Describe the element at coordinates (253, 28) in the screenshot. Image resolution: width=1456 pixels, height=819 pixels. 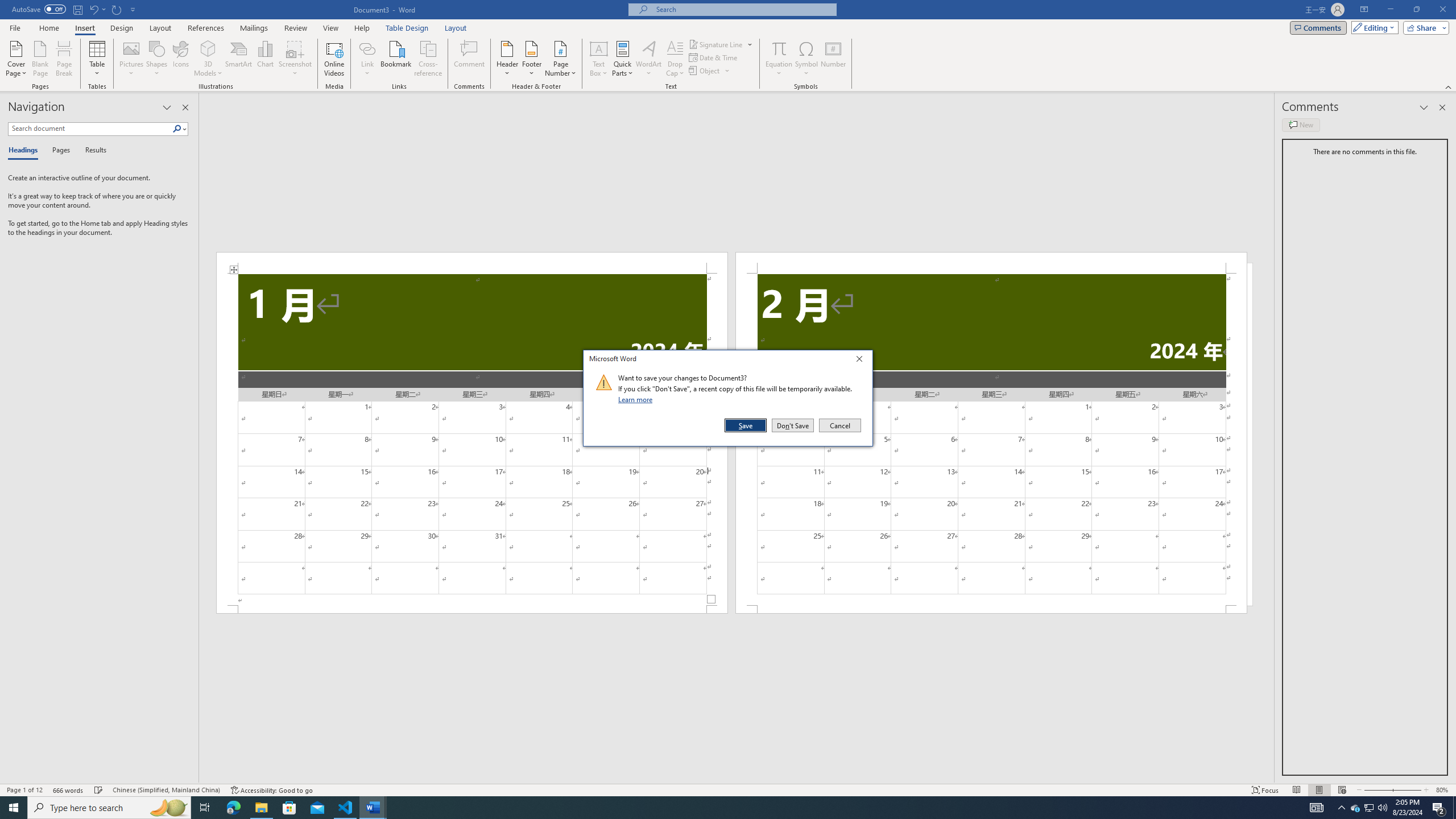
I see `'Mailings'` at that location.